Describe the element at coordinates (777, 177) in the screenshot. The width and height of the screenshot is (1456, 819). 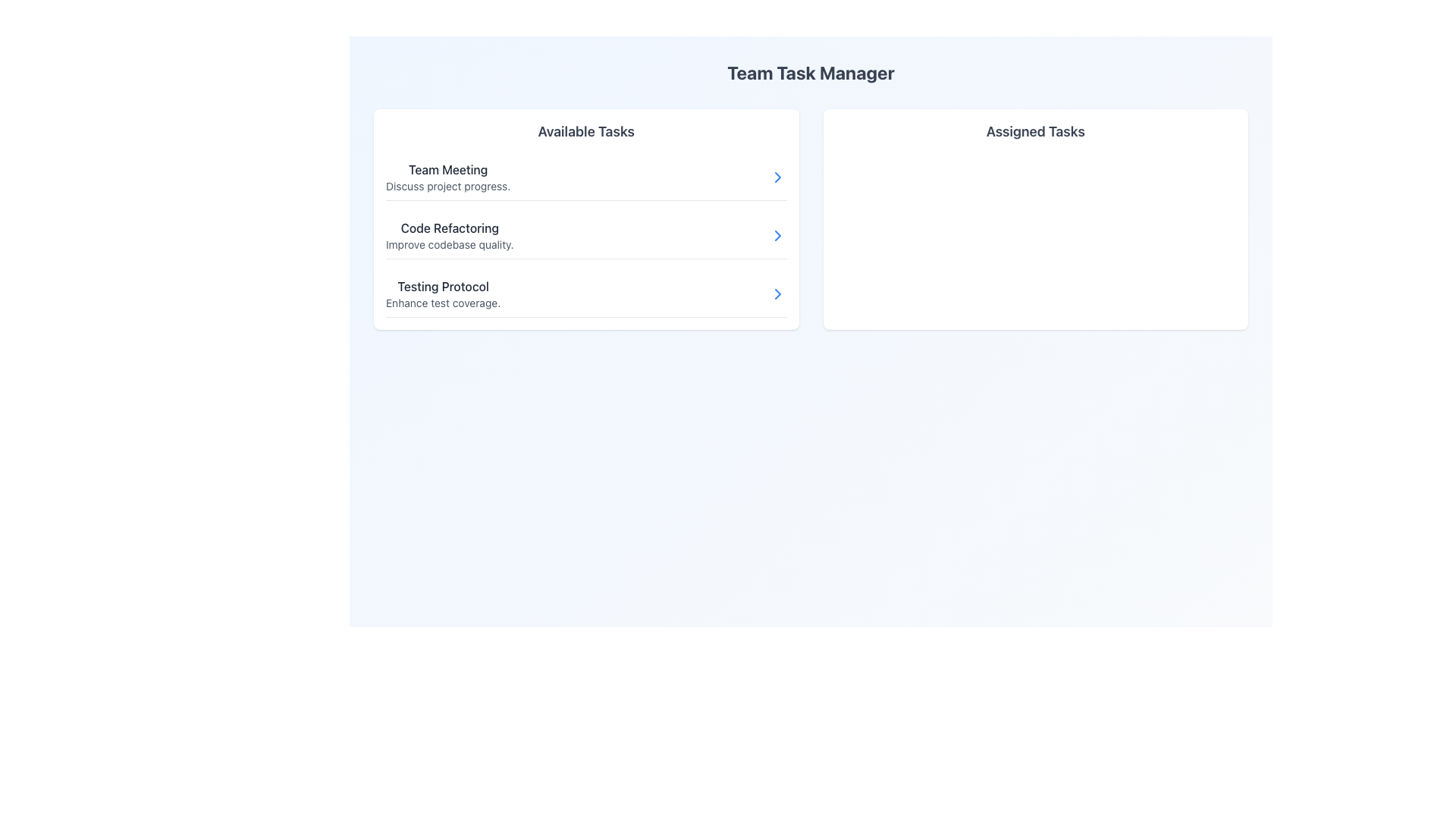
I see `the small rightward chevron arrow icon in the 'Team Meeting' task entry` at that location.